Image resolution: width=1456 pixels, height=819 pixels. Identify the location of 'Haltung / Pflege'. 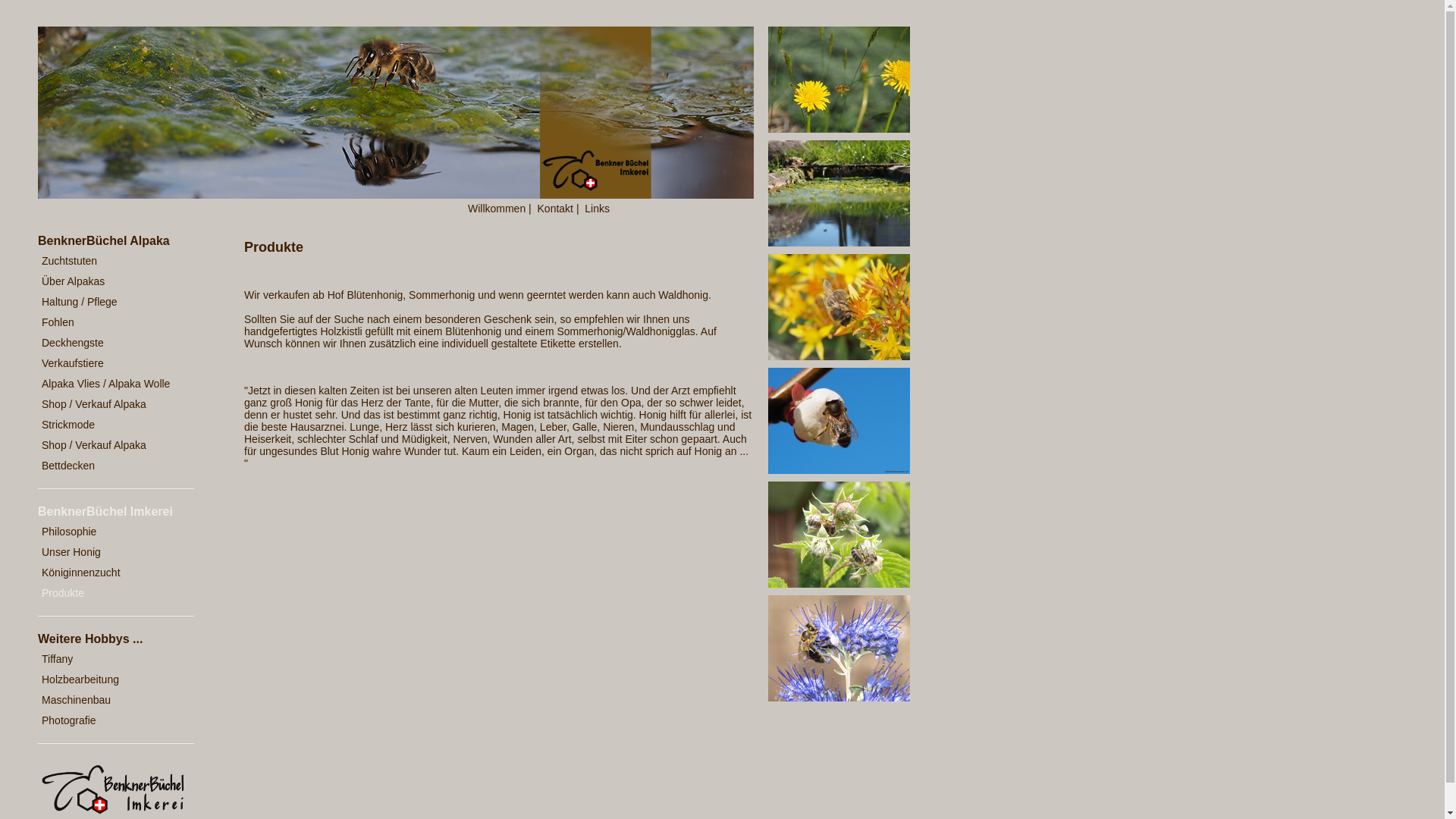
(108, 302).